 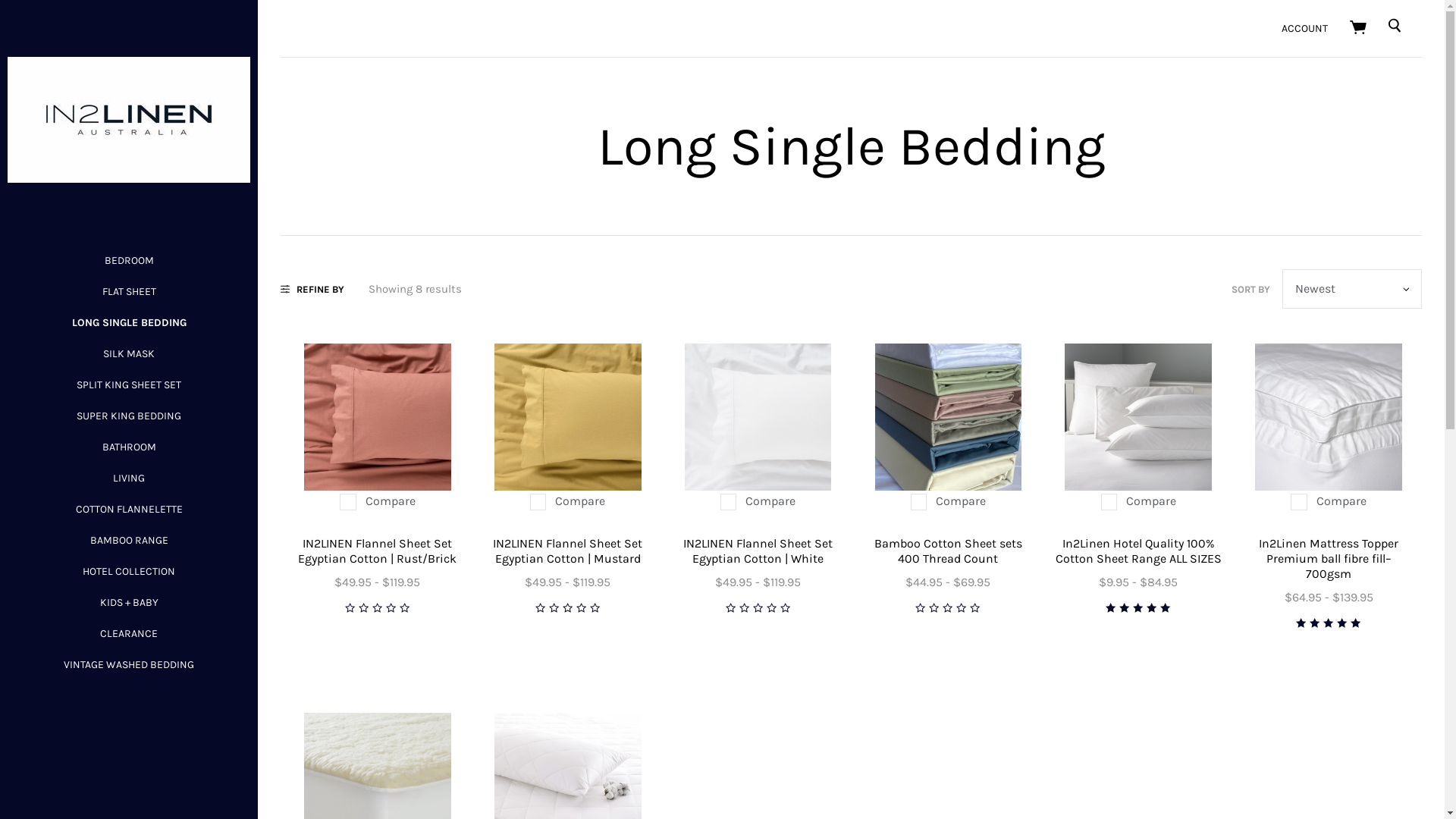 What do you see at coordinates (128, 664) in the screenshot?
I see `'VINTAGE WASHED BEDDING'` at bounding box center [128, 664].